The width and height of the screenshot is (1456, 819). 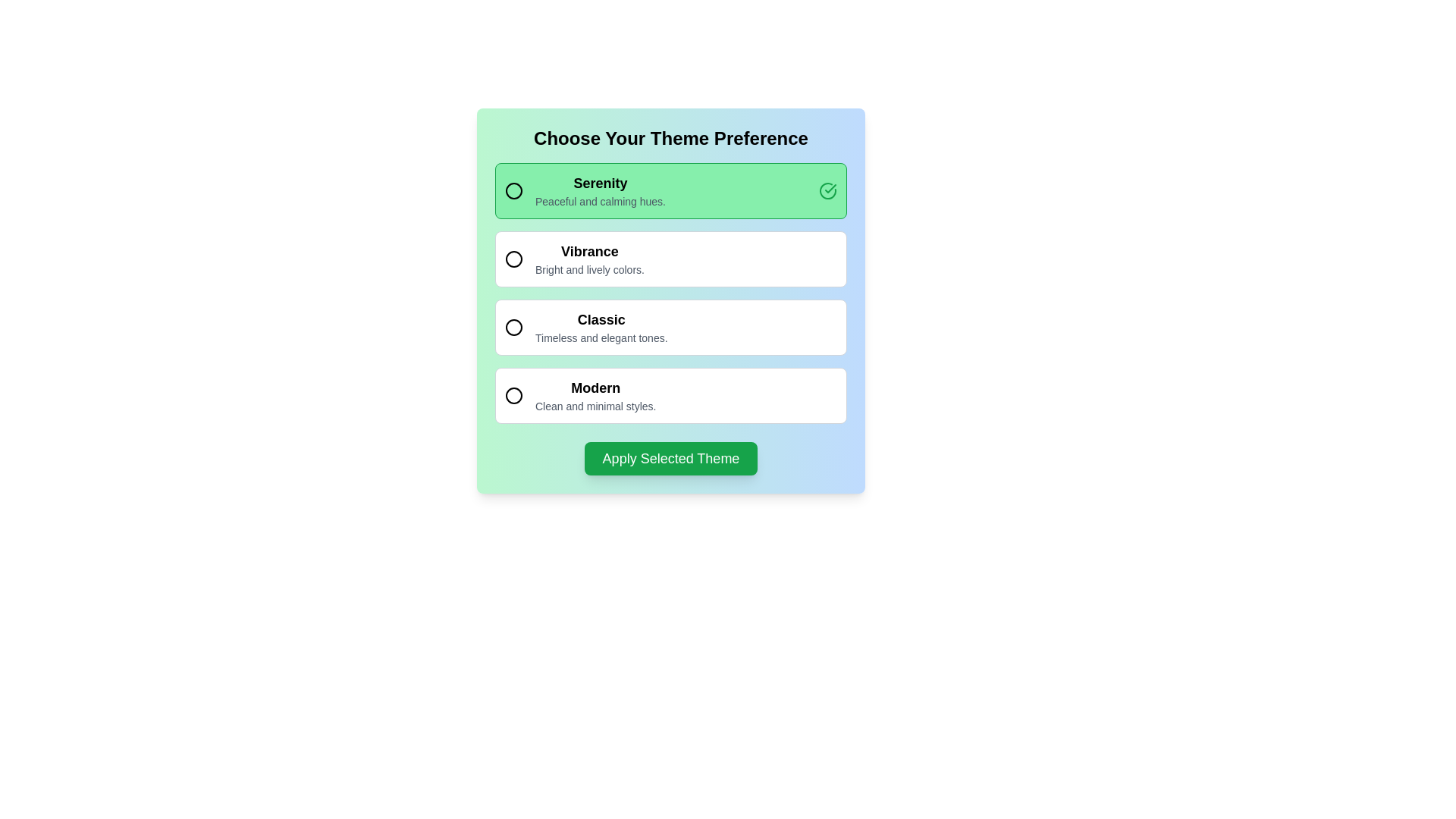 What do you see at coordinates (513, 327) in the screenshot?
I see `the radio button indicator located to the left of the text 'Classic' in the theme selection interface` at bounding box center [513, 327].